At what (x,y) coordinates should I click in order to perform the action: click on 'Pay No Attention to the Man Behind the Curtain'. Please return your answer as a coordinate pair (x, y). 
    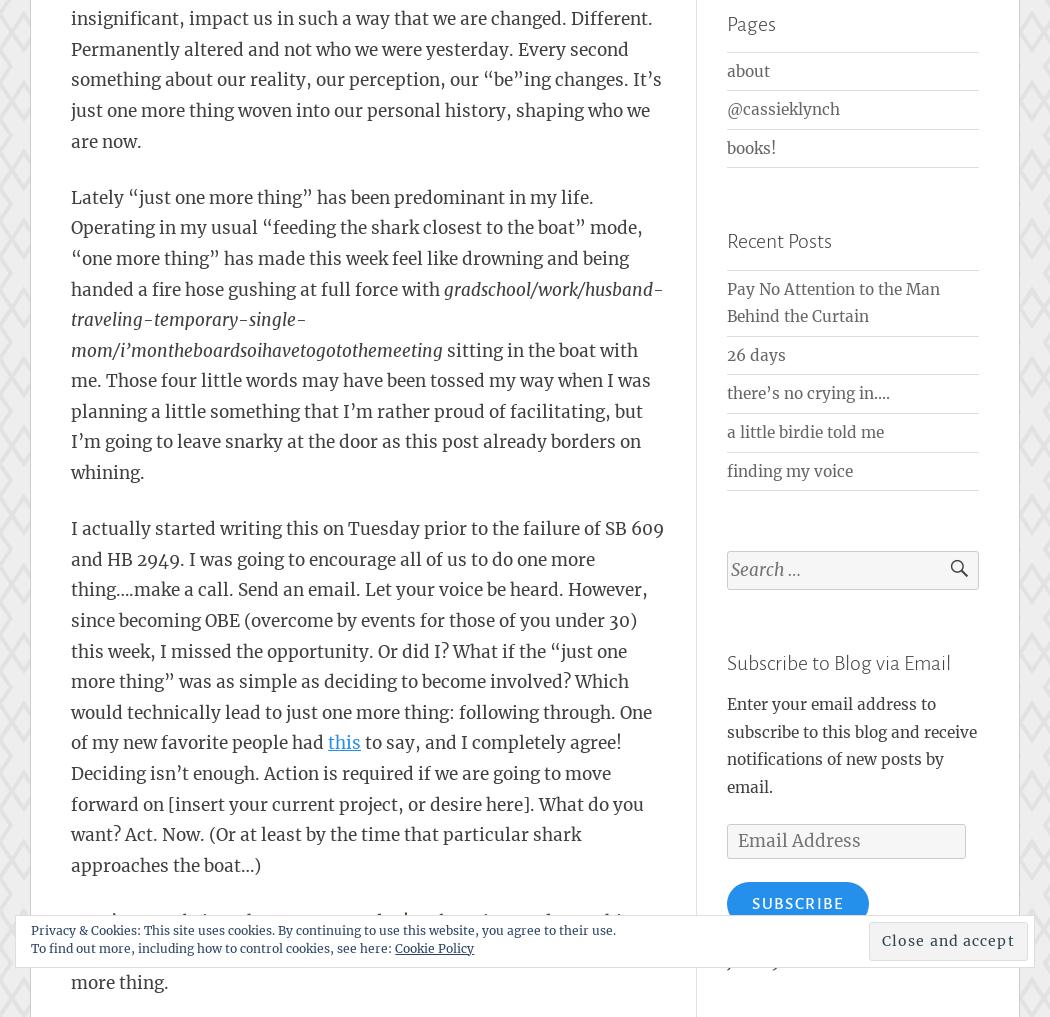
    Looking at the image, I should click on (726, 302).